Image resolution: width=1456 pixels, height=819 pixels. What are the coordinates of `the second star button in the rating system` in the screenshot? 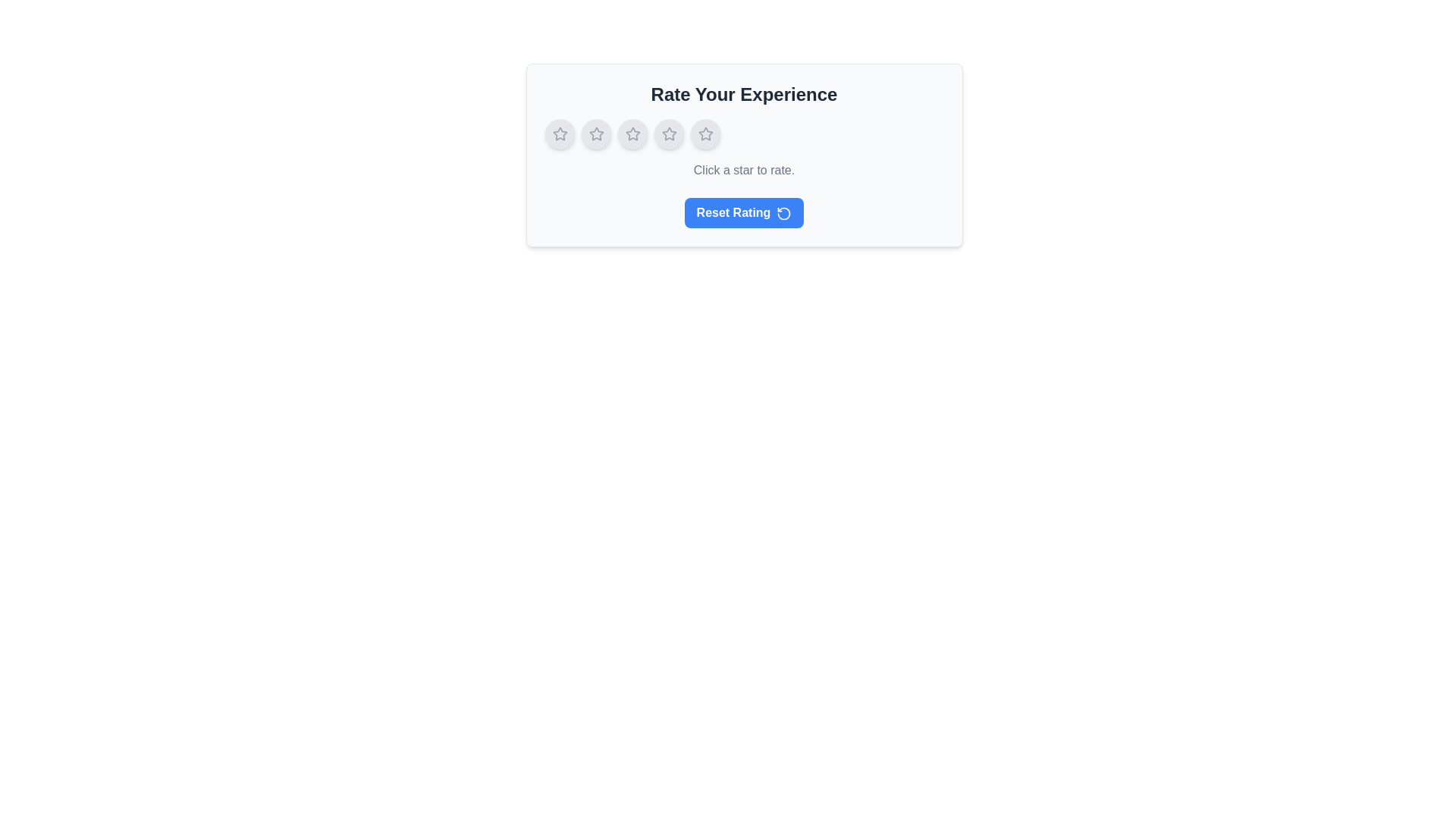 It's located at (595, 133).